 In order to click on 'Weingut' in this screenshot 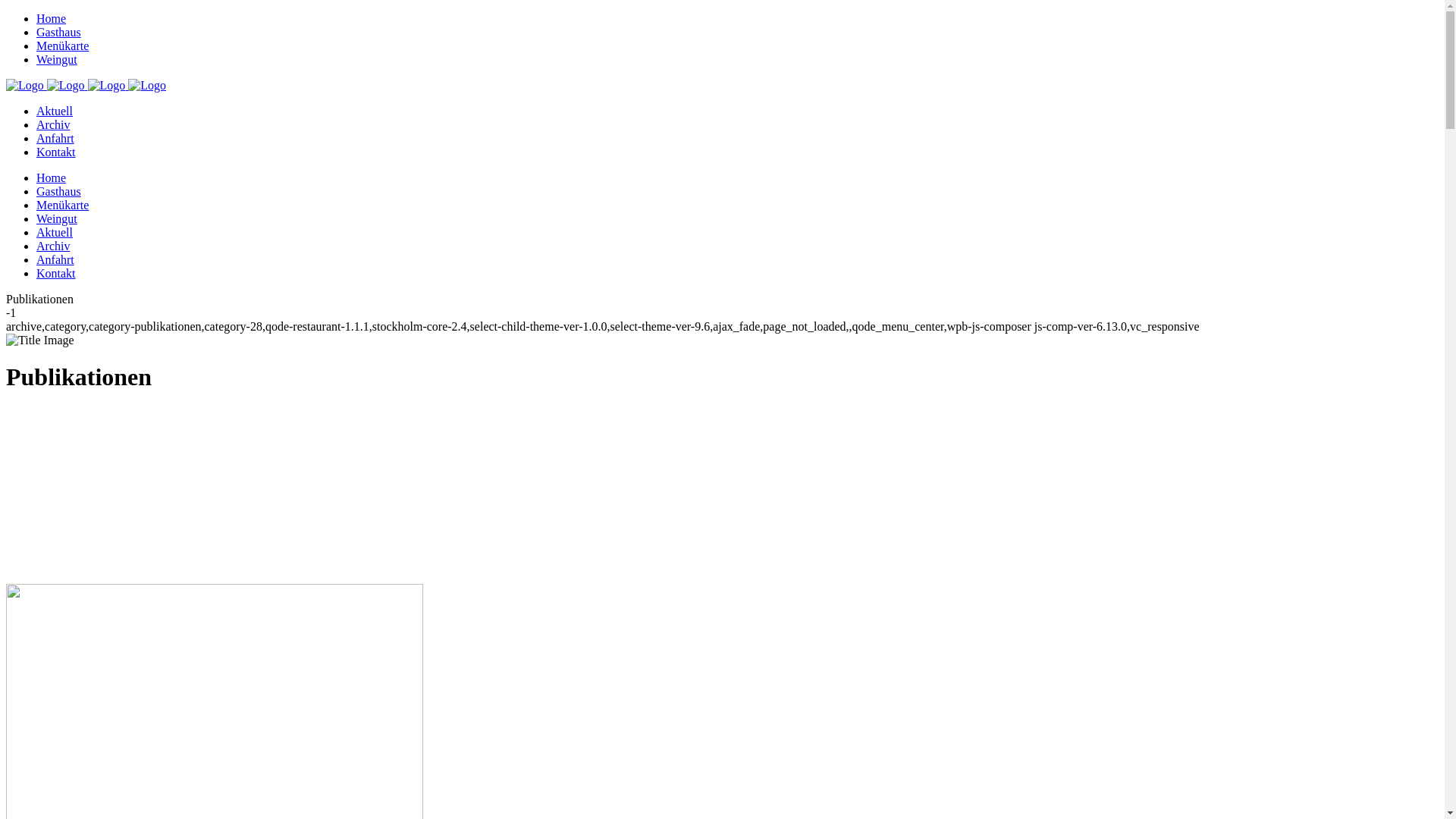, I will do `click(36, 218)`.